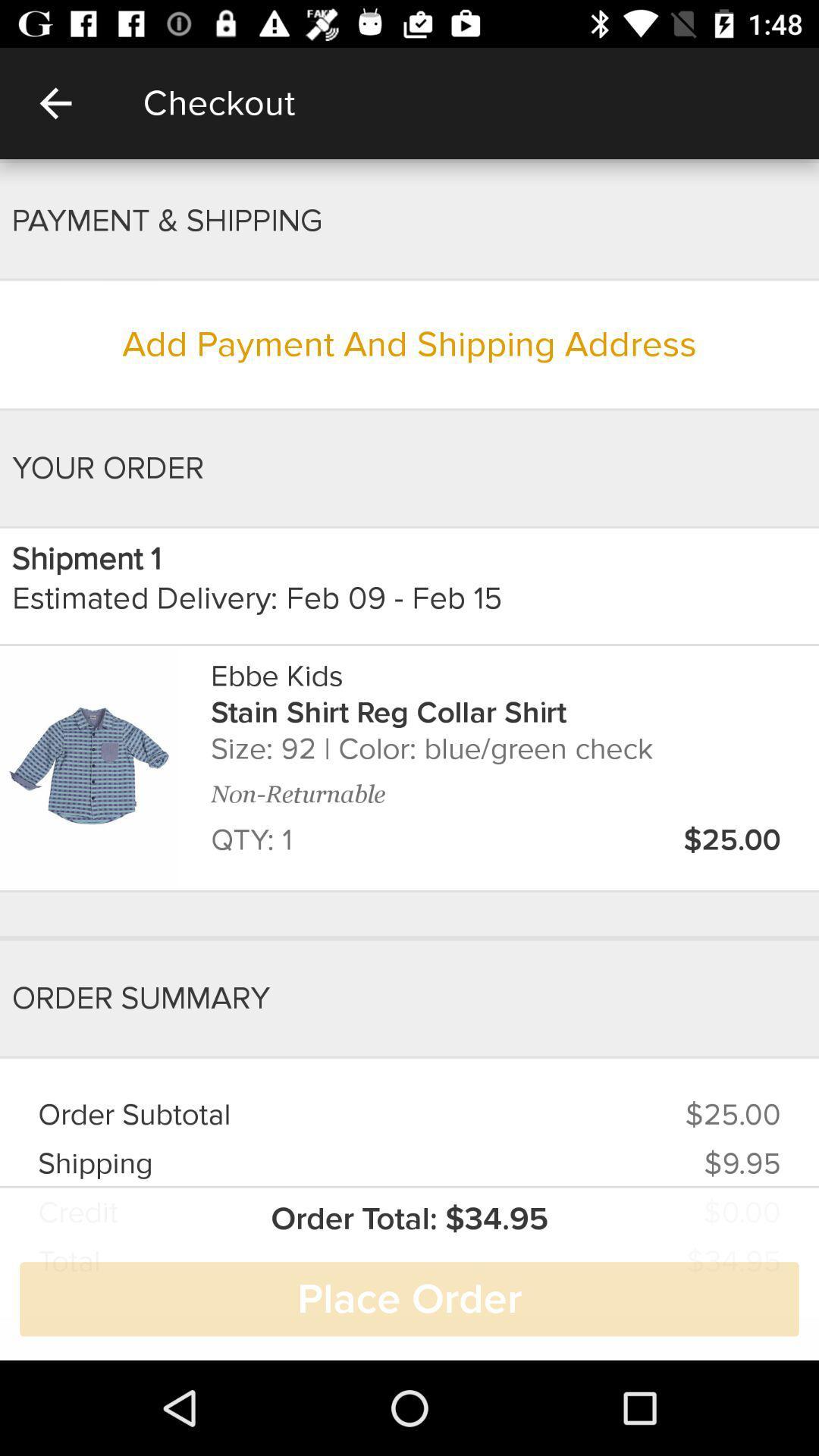  I want to click on the item to the left of checkout item, so click(55, 102).